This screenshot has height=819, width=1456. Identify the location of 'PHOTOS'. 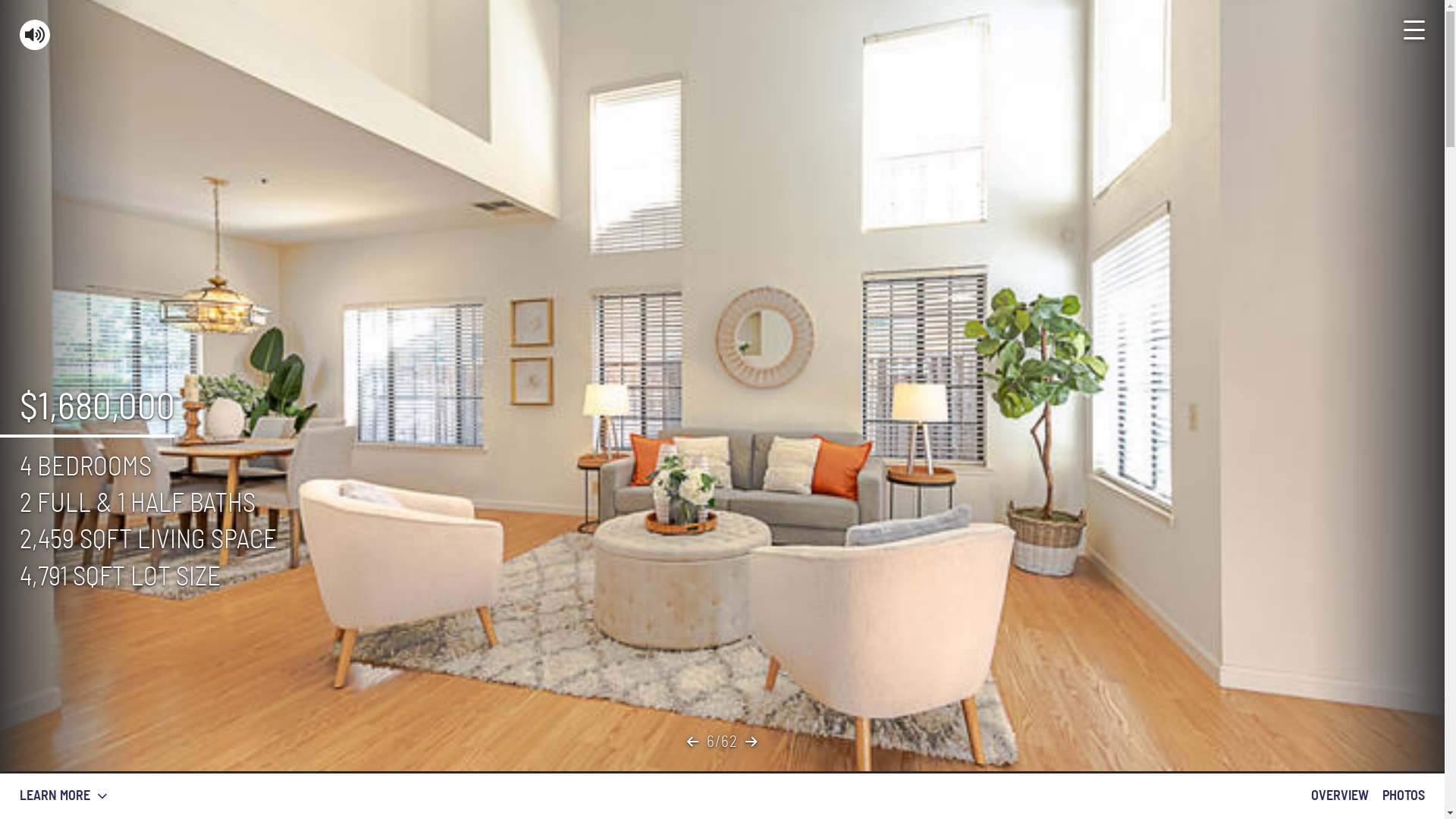
(1403, 795).